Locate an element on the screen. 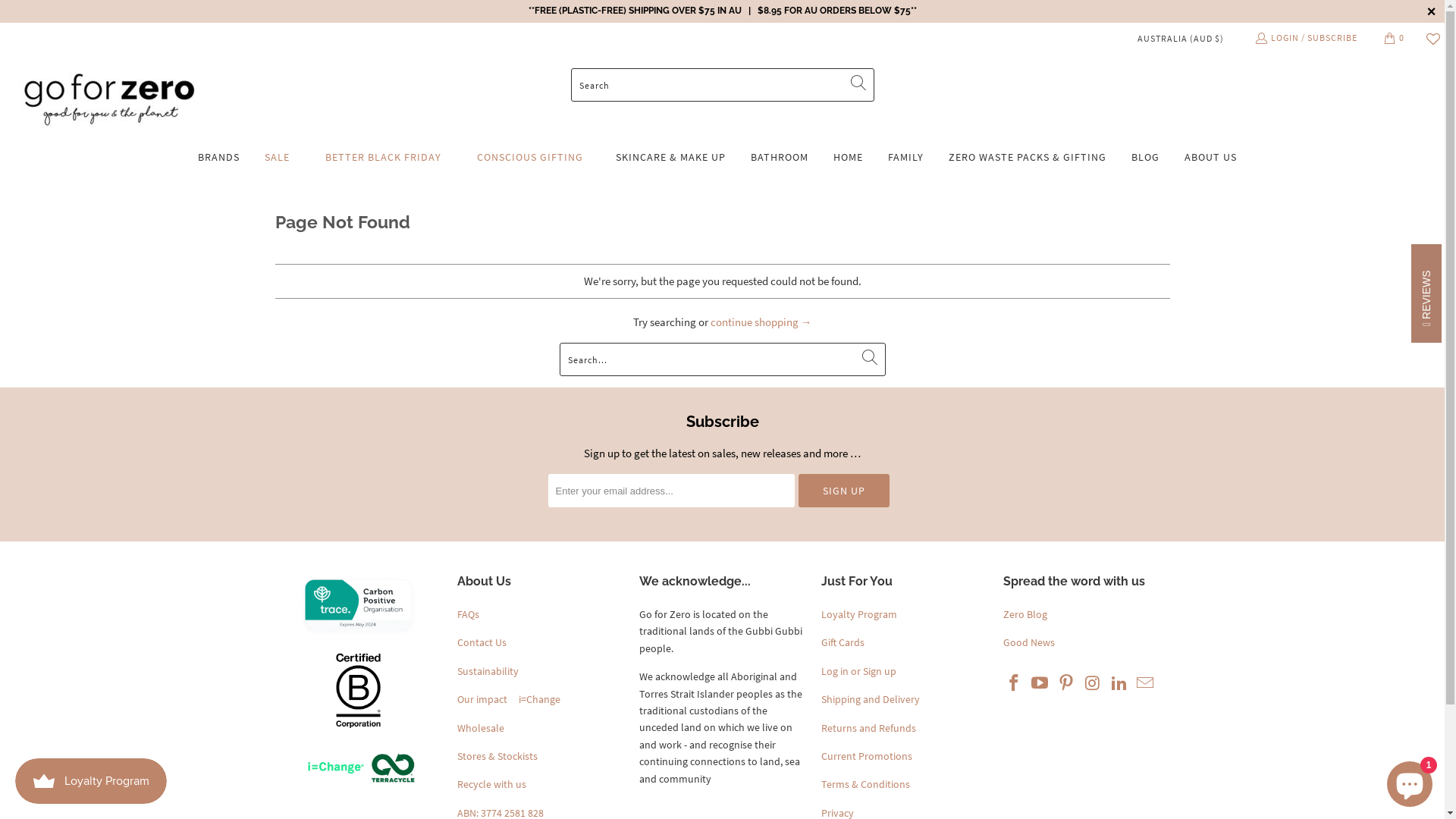 The image size is (1456, 819). '0' is located at coordinates (1395, 37).